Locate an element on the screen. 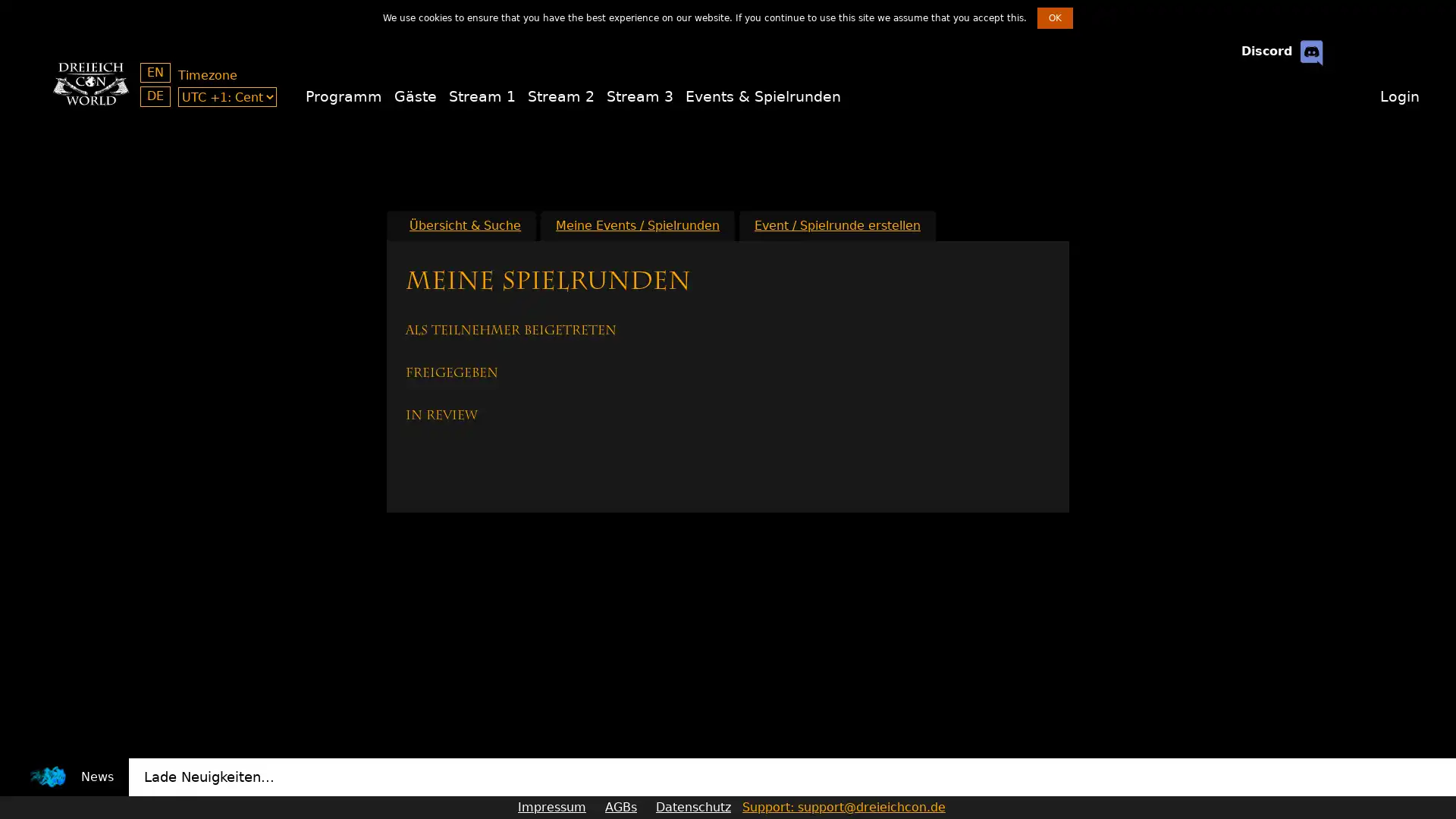 The width and height of the screenshot is (1456, 819). OK is located at coordinates (1054, 17).